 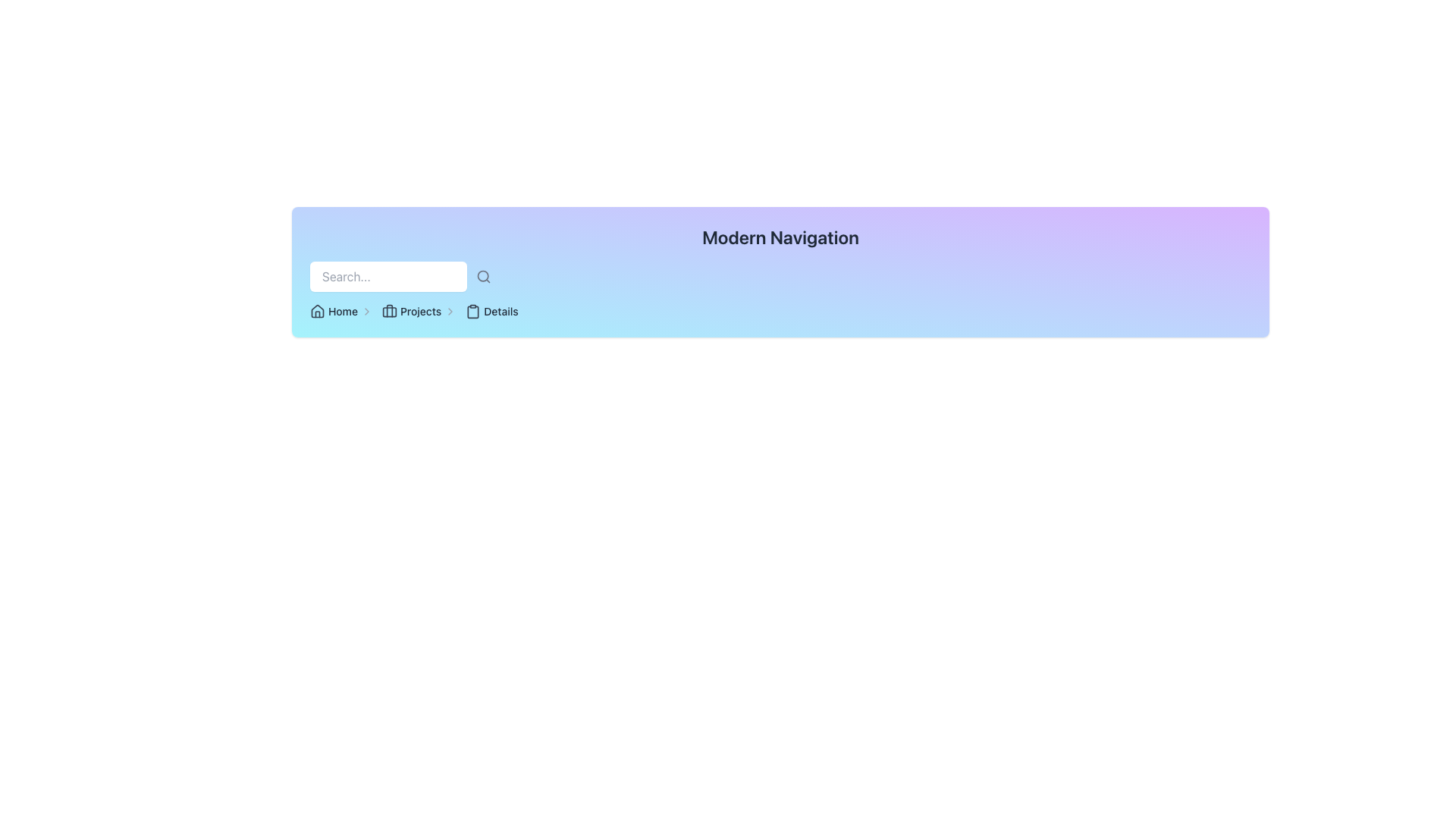 What do you see at coordinates (419, 311) in the screenshot?
I see `the 'Projects' breadcrumb navigation item, which is the second item in the breadcrumb bar` at bounding box center [419, 311].